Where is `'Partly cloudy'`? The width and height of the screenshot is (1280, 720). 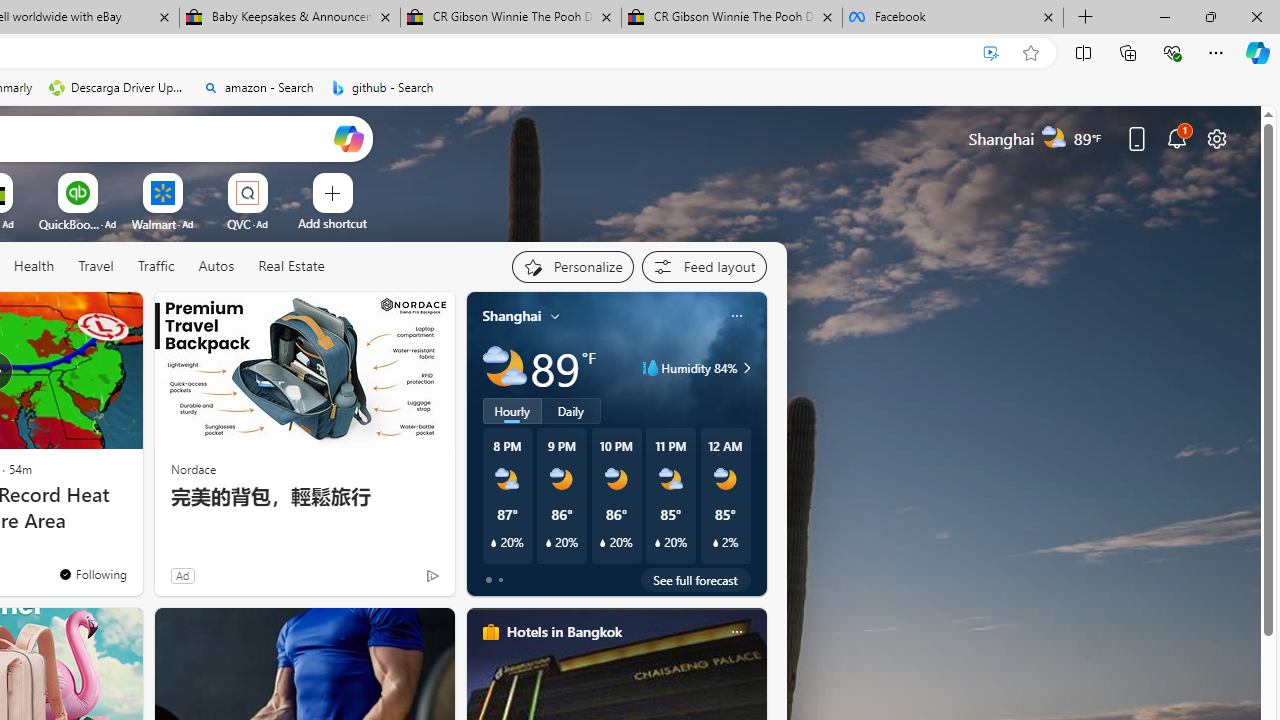 'Partly cloudy' is located at coordinates (504, 368).